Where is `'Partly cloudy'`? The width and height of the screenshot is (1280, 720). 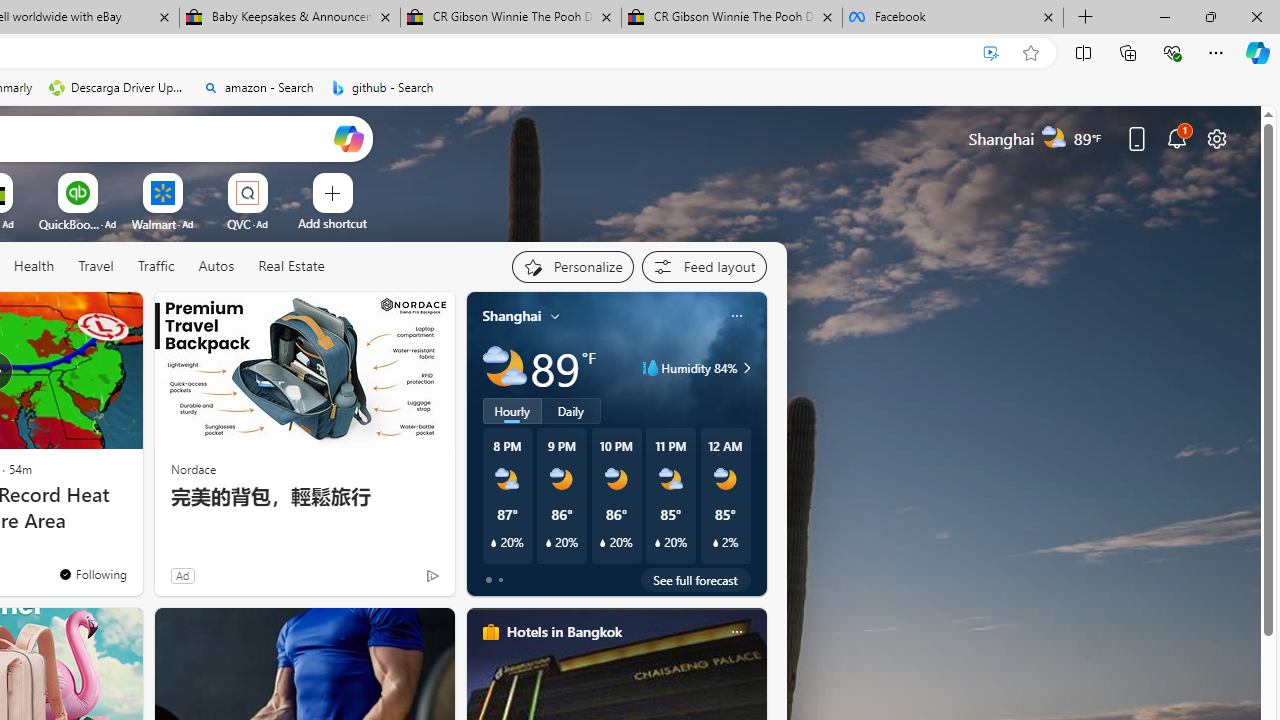 'Partly cloudy' is located at coordinates (504, 368).